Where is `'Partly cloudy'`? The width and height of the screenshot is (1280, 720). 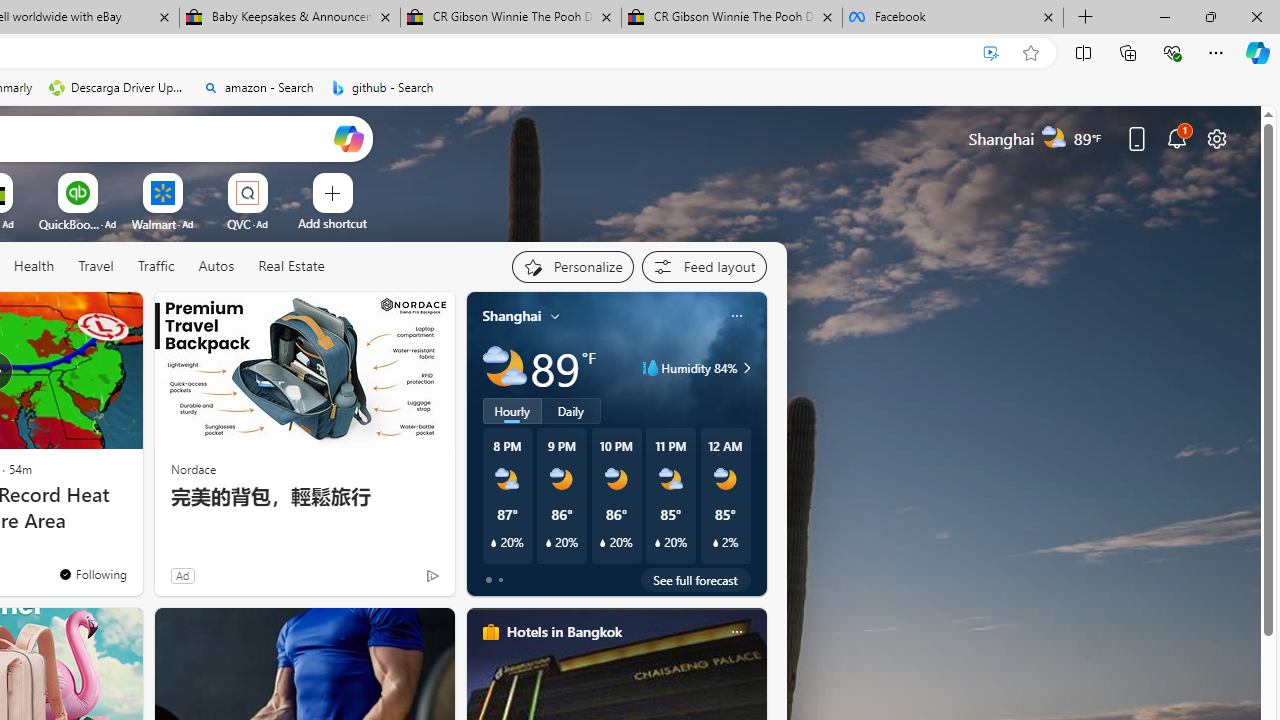 'Partly cloudy' is located at coordinates (504, 368).